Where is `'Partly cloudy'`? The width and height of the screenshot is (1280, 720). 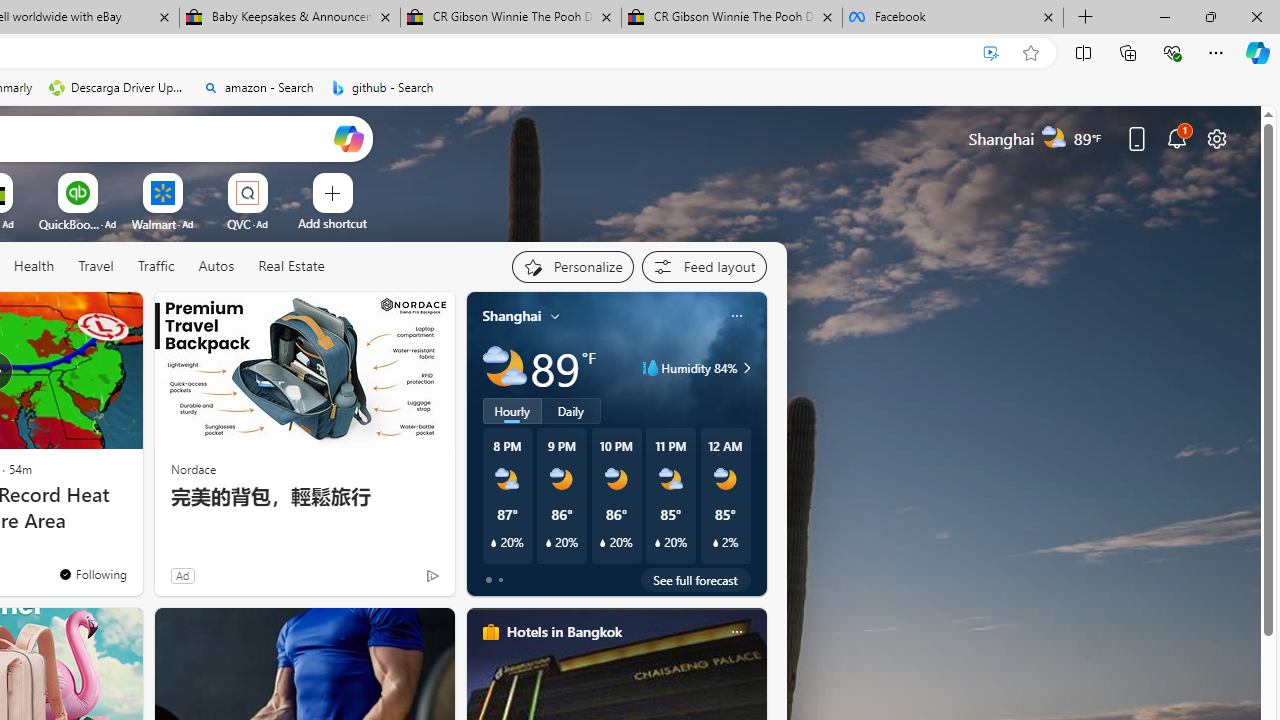 'Partly cloudy' is located at coordinates (504, 368).